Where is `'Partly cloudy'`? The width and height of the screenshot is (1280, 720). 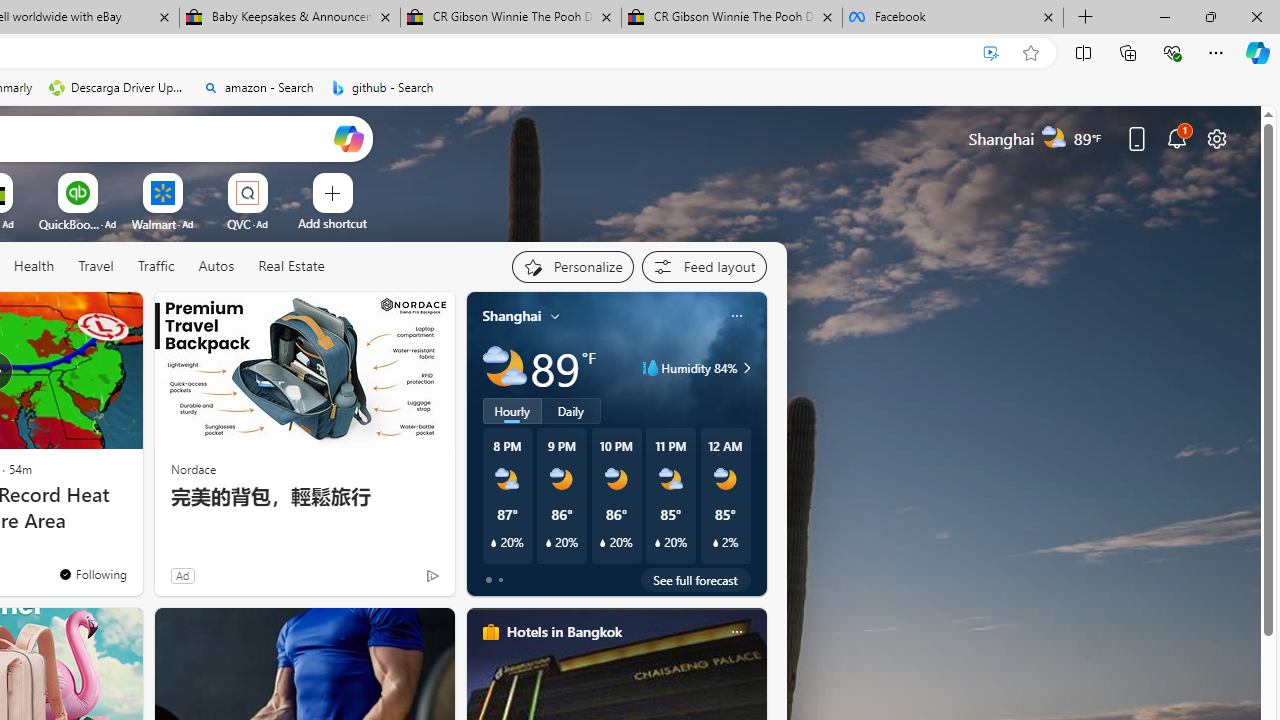 'Partly cloudy' is located at coordinates (504, 368).